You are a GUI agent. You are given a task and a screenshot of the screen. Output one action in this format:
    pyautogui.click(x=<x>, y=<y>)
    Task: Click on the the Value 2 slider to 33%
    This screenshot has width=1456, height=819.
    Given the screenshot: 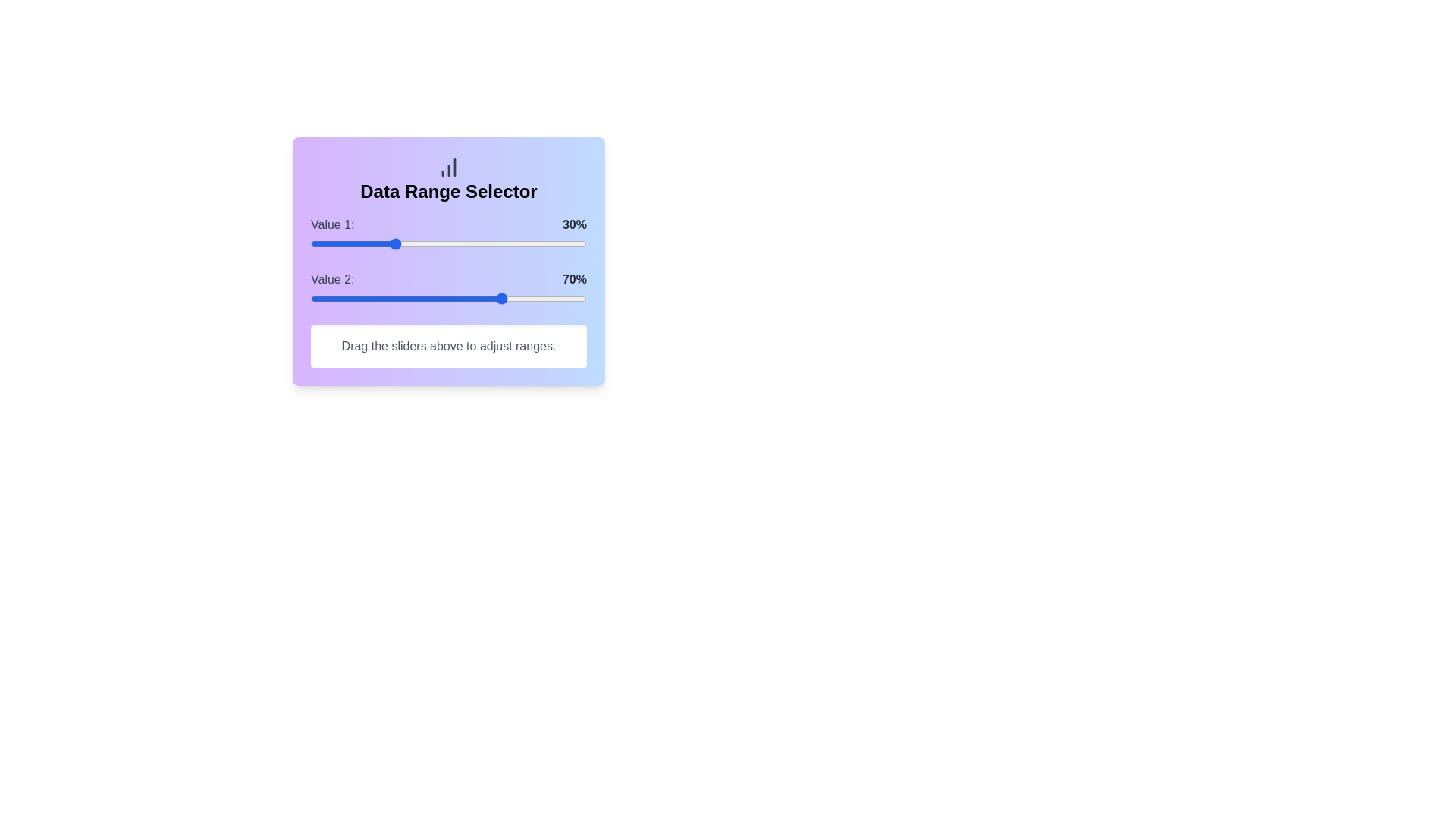 What is the action you would take?
    pyautogui.click(x=402, y=298)
    